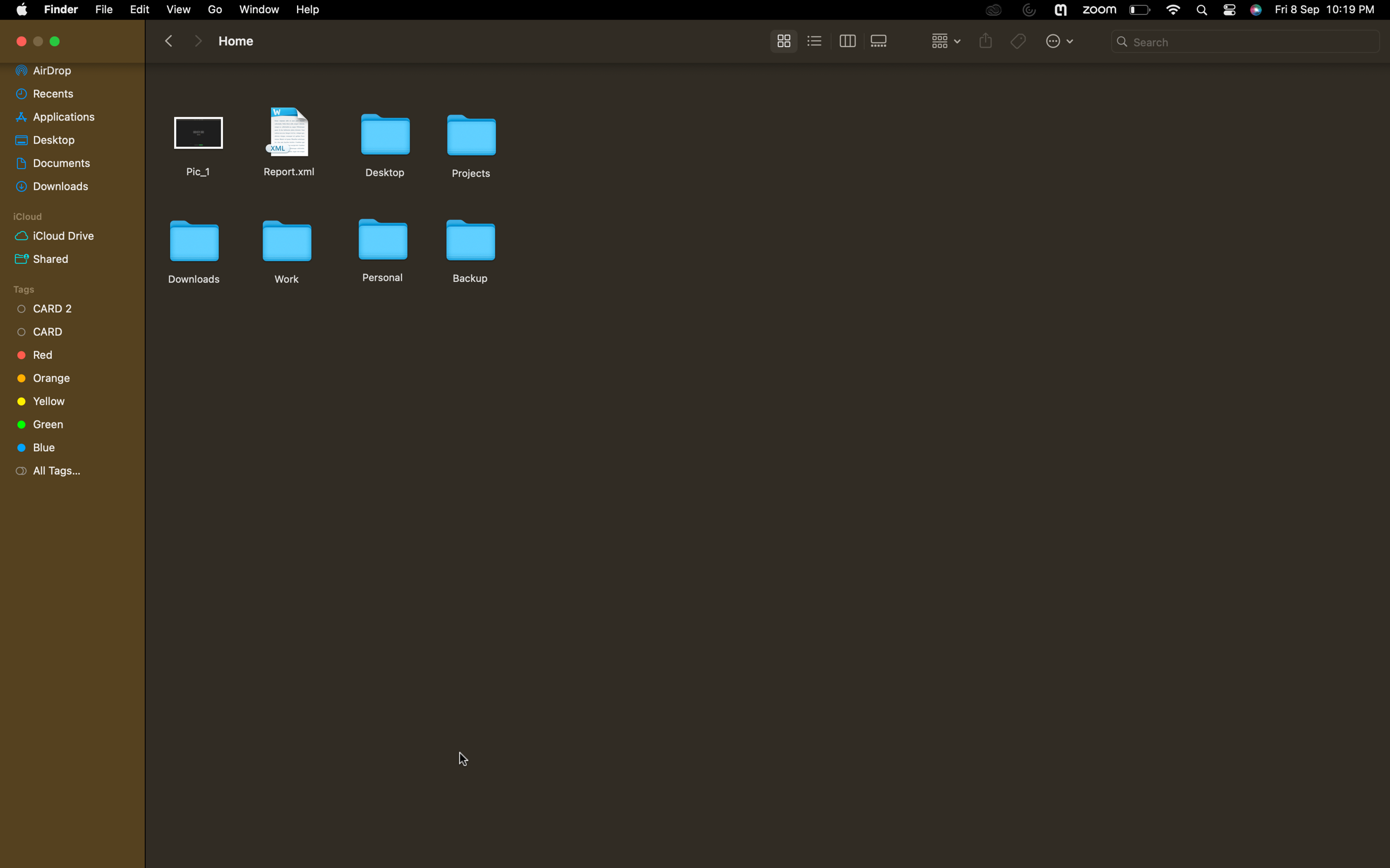 Image resolution: width=1390 pixels, height=868 pixels. What do you see at coordinates (847, 42) in the screenshot?
I see `Move to tab view` at bounding box center [847, 42].